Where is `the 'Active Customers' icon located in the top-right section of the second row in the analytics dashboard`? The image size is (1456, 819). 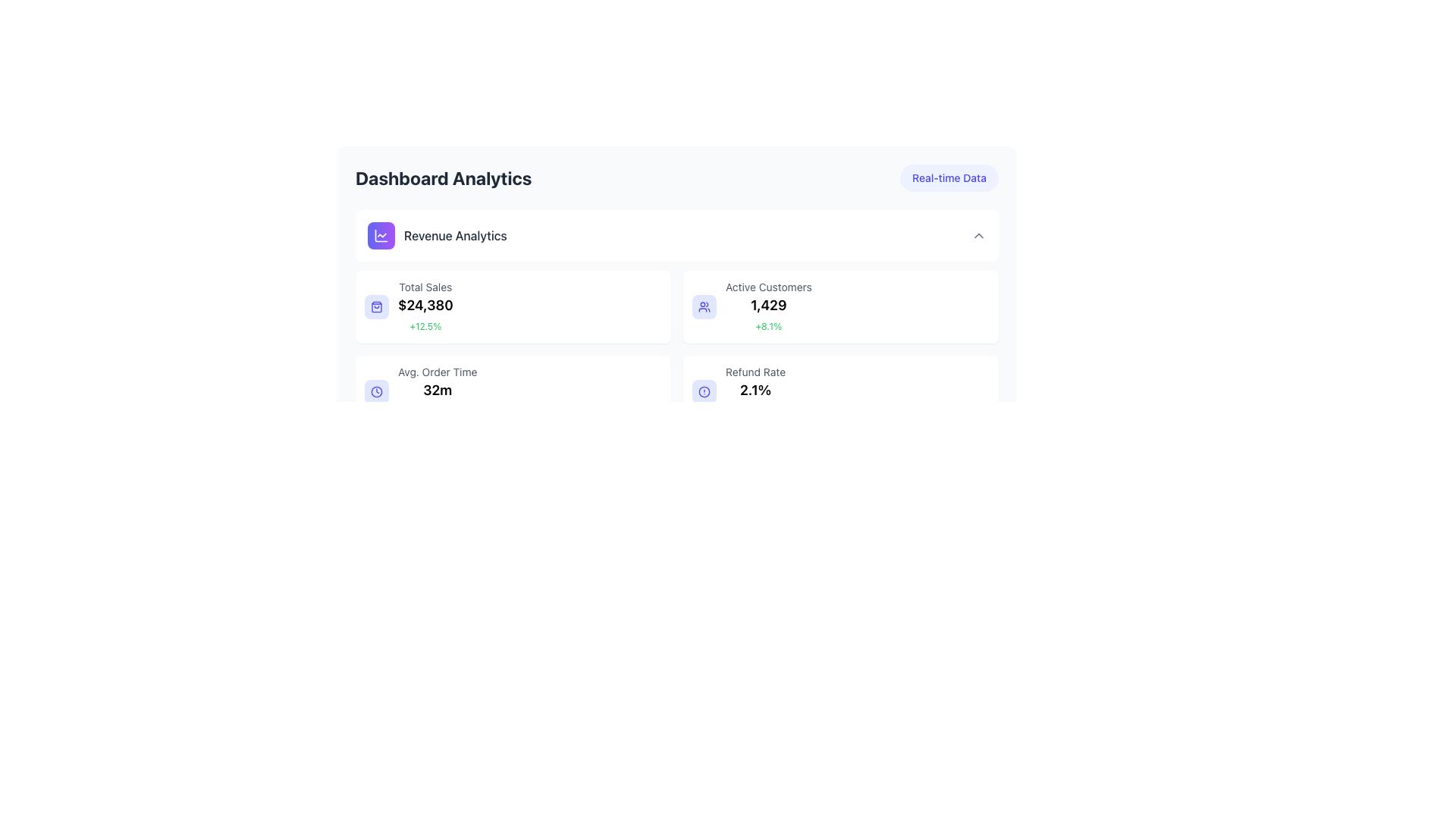
the 'Active Customers' icon located in the top-right section of the second row in the analytics dashboard is located at coordinates (704, 307).